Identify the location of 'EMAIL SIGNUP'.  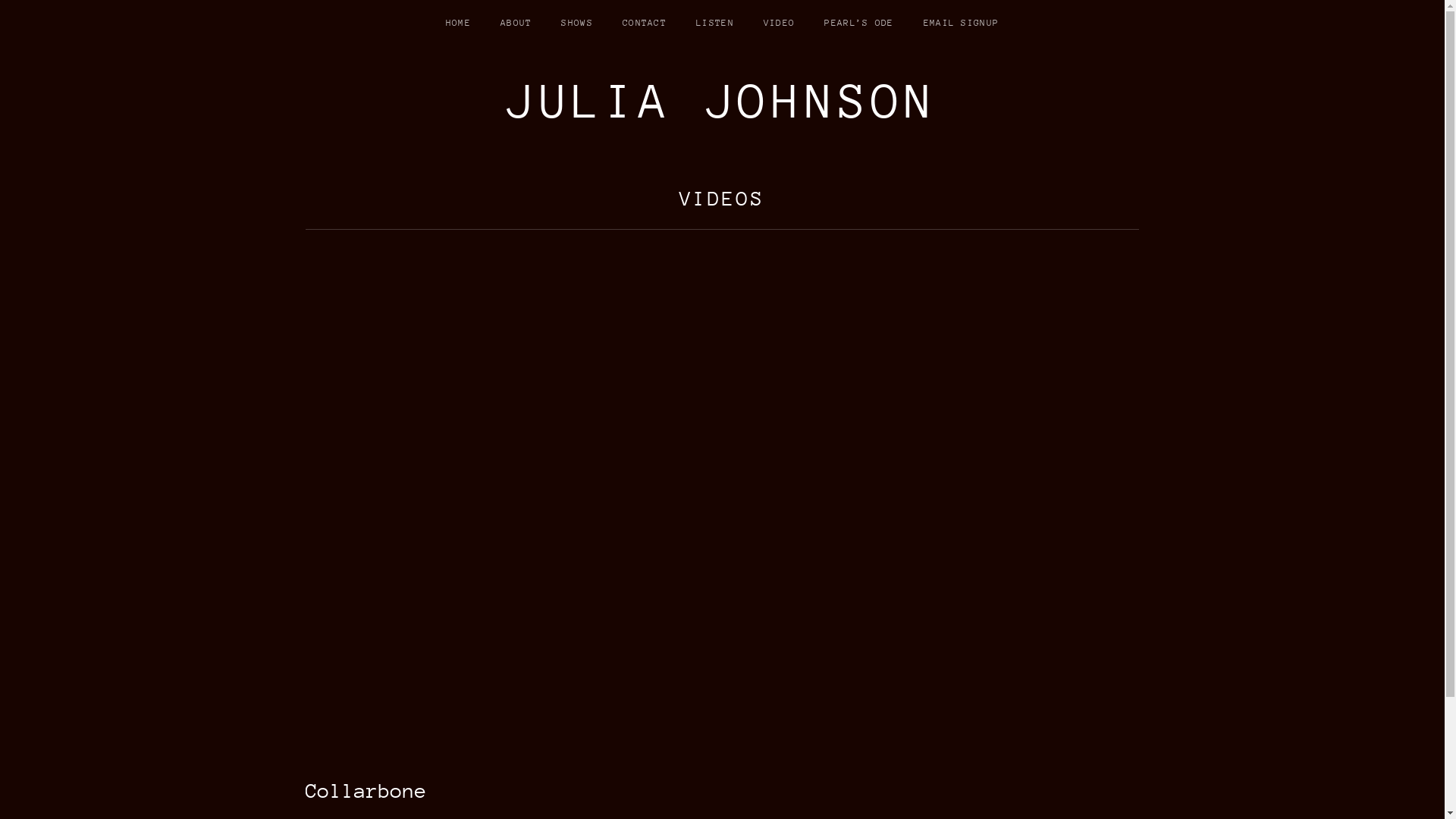
(960, 23).